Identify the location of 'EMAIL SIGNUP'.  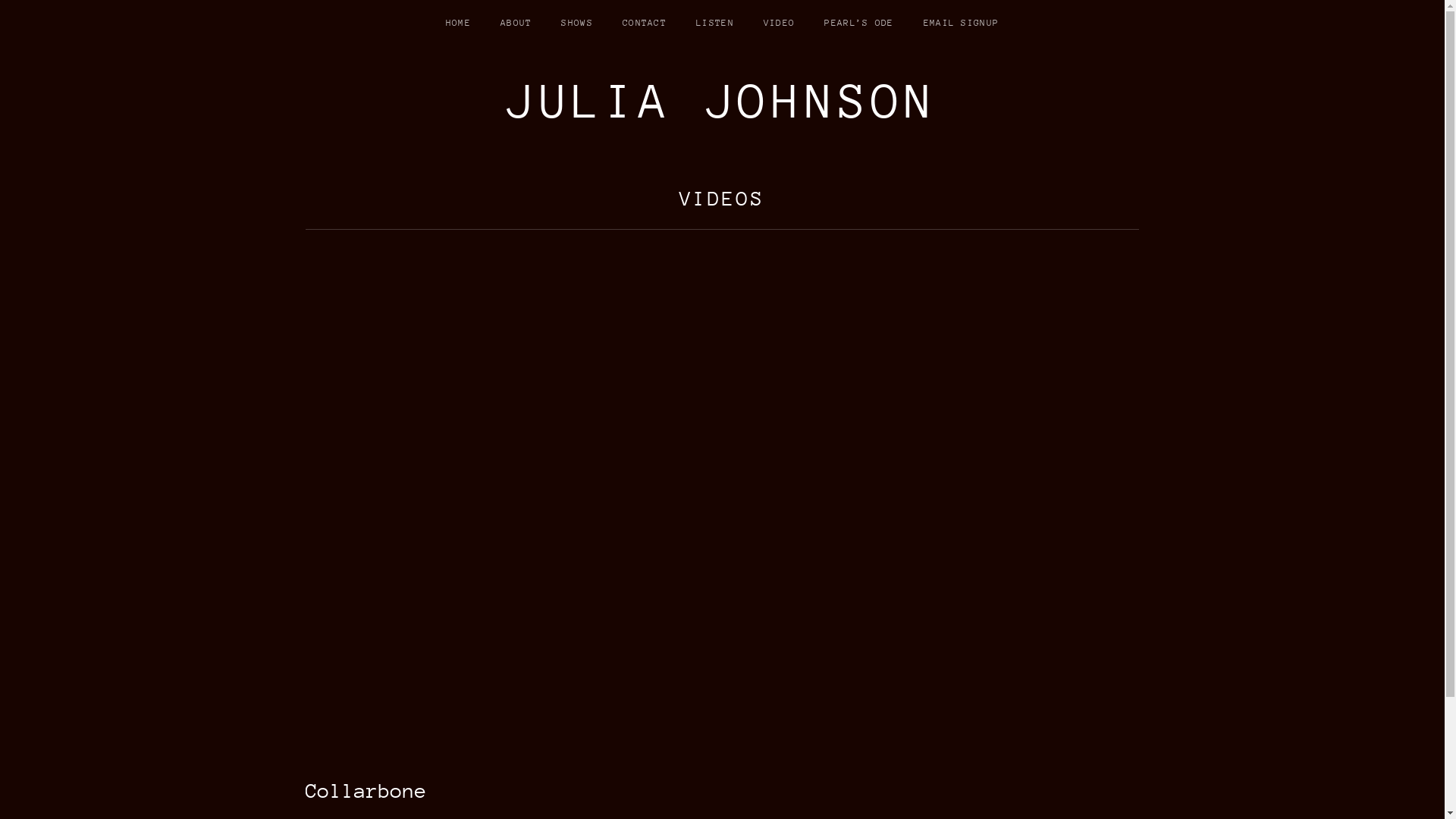
(960, 23).